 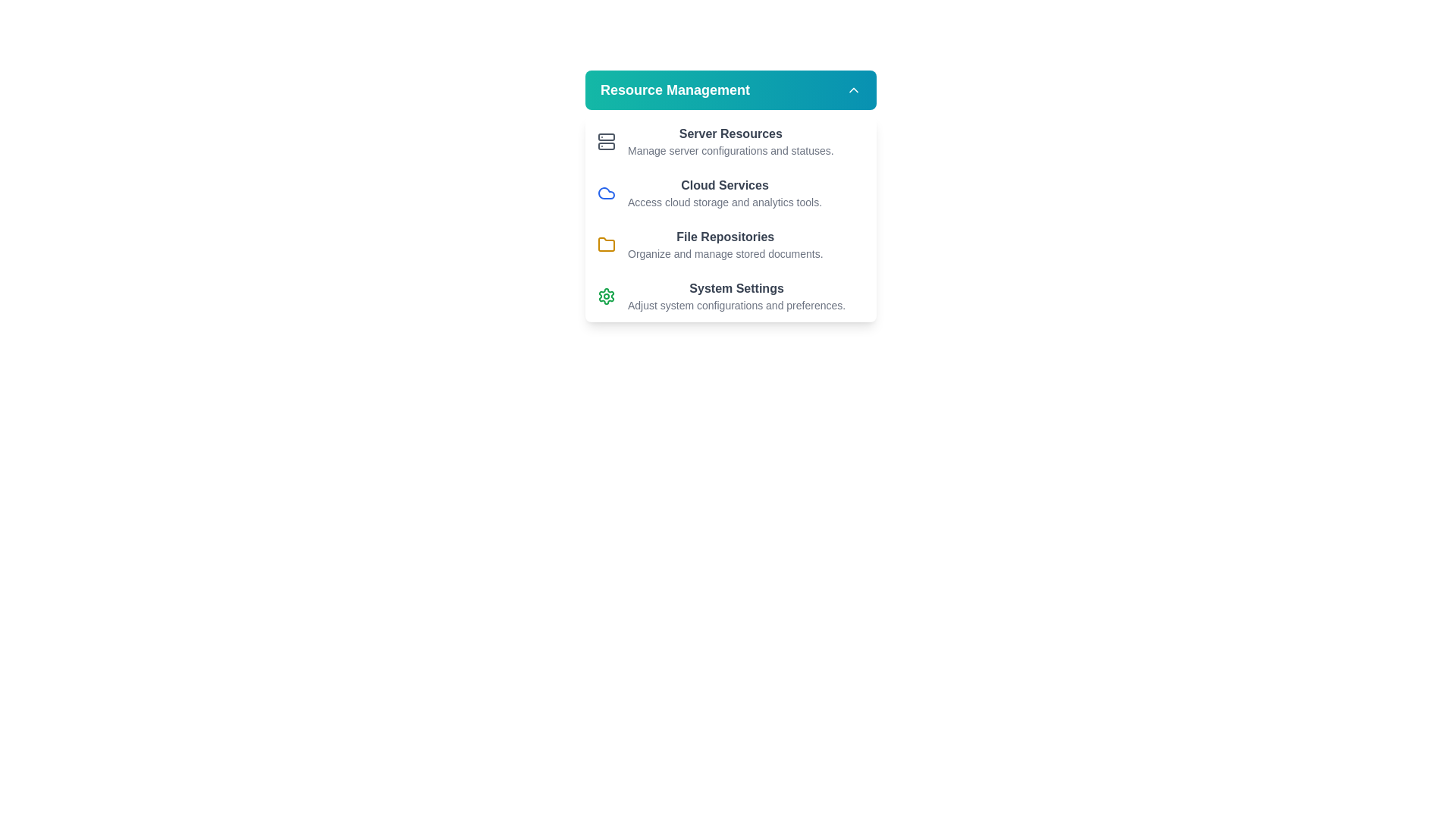 I want to click on the decorative graphic, which is the middle rectangular bar in the SVG server icon located below the top bar and near the 'Server Resources' text, so click(x=607, y=146).